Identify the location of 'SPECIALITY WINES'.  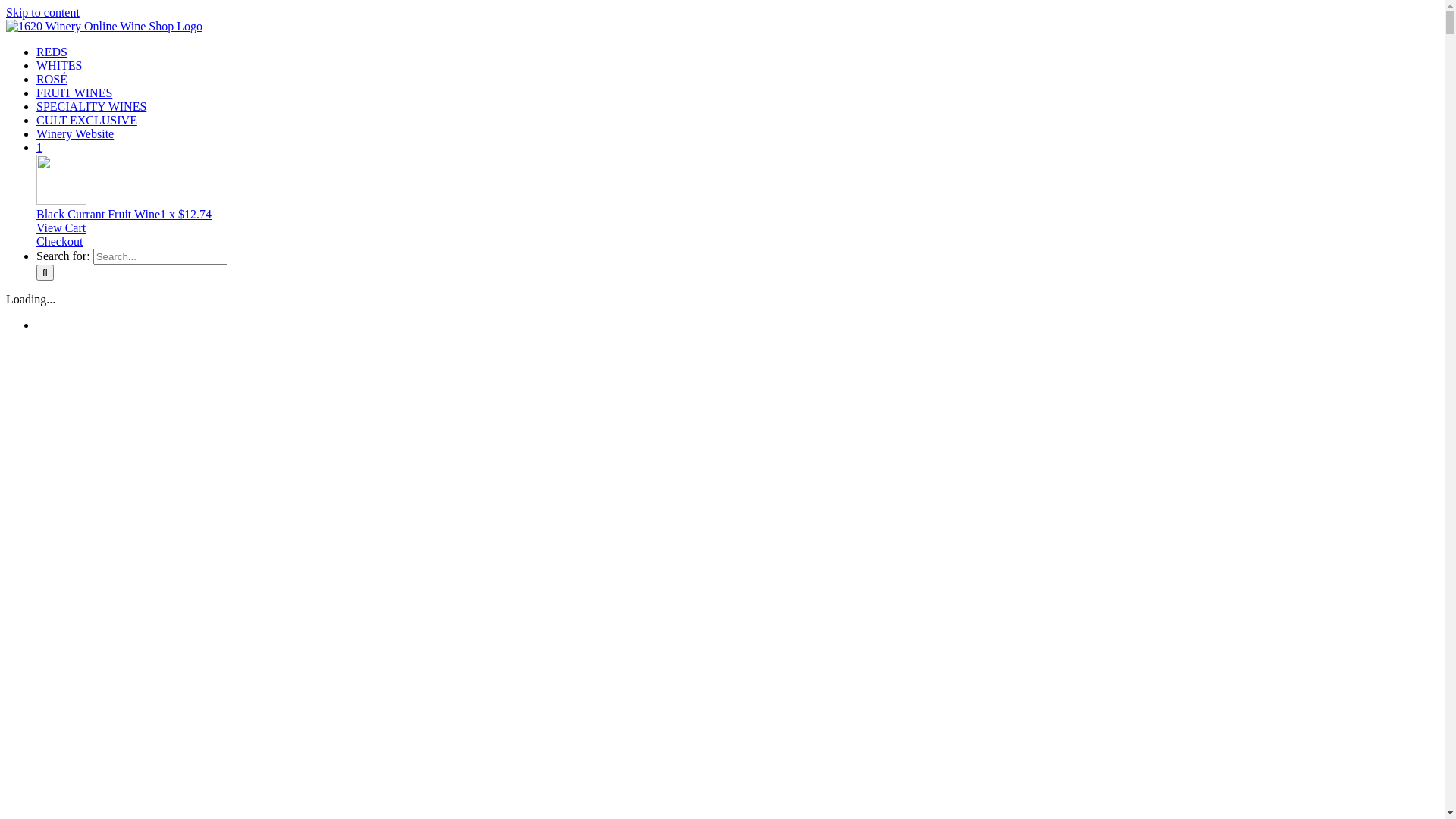
(90, 105).